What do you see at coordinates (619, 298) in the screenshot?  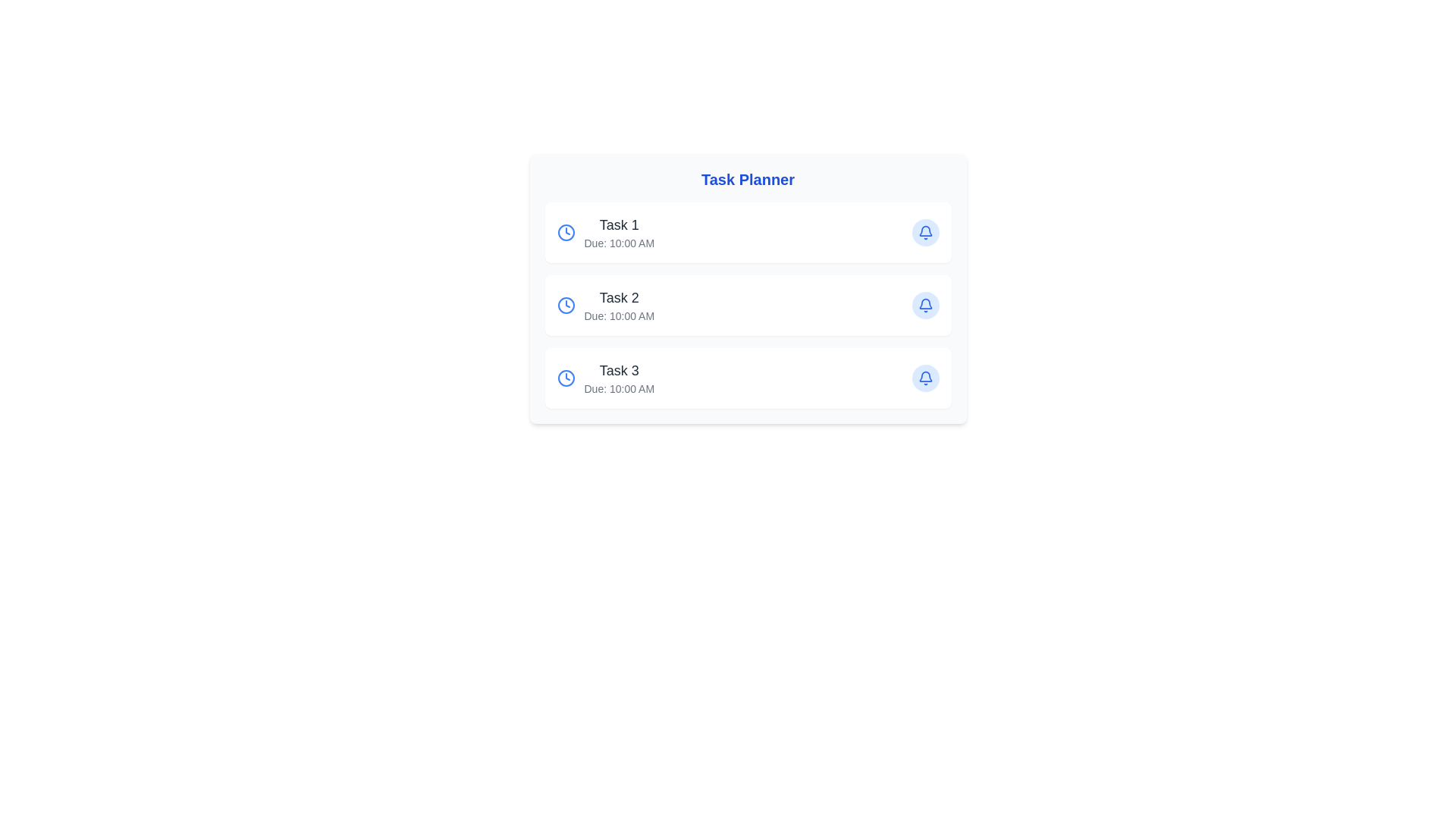 I see `the text element that reads 'Task 2', which is styled in a large, bold, dark gray font` at bounding box center [619, 298].